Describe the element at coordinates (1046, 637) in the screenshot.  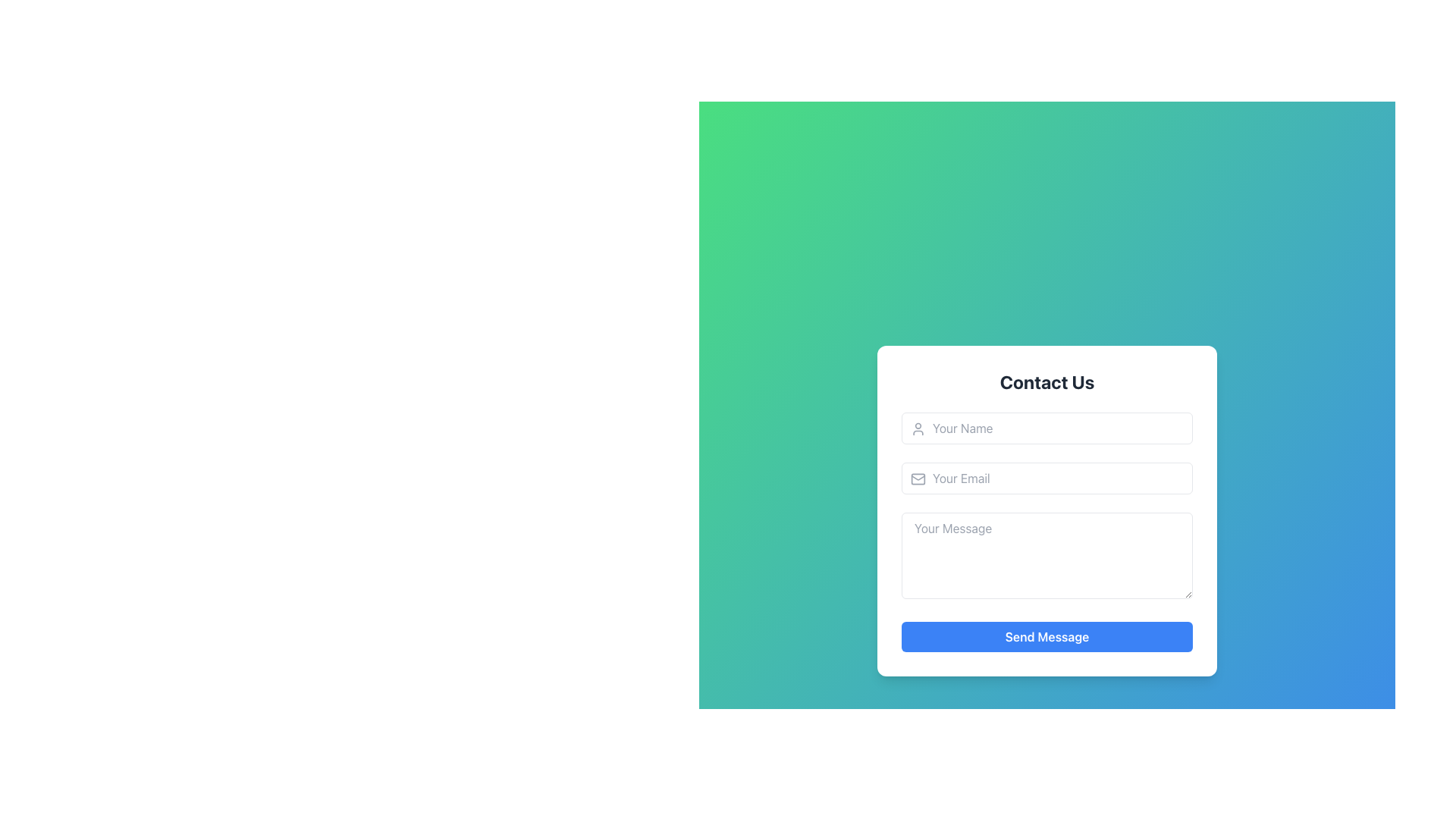
I see `the 'Submit' button at the bottom of the 'Contact Us' form` at that location.